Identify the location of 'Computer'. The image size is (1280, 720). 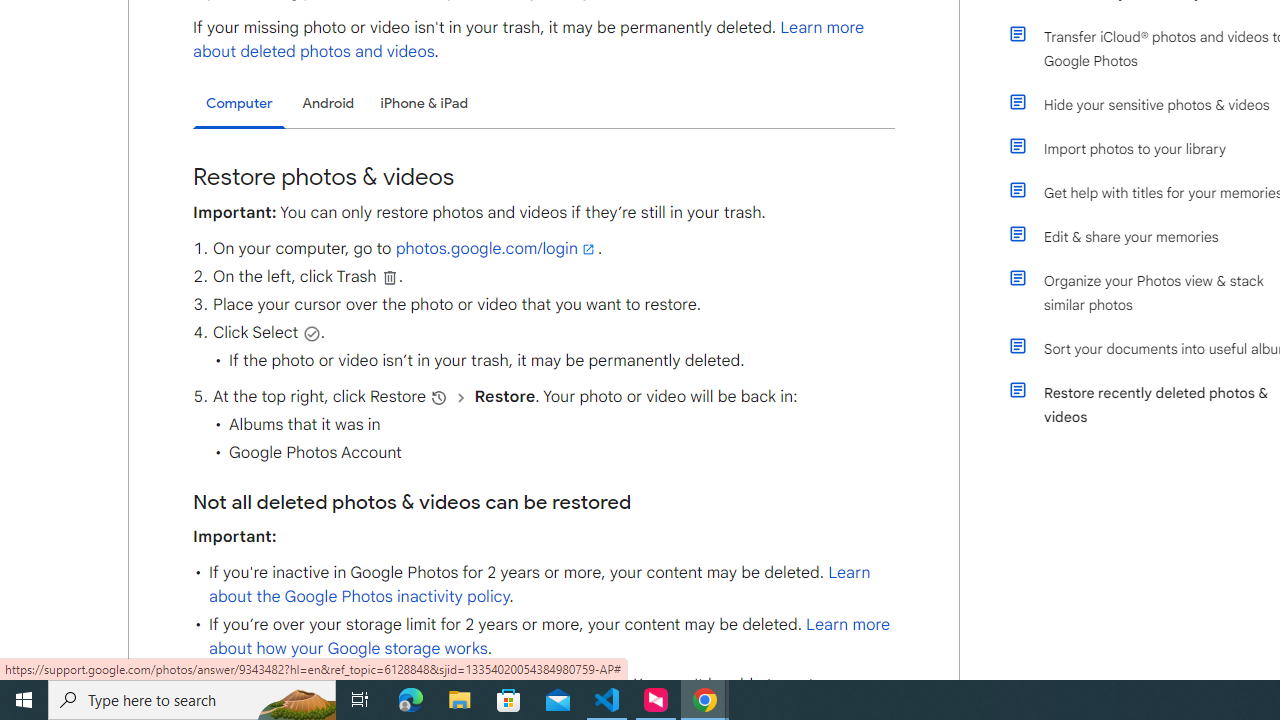
(239, 104).